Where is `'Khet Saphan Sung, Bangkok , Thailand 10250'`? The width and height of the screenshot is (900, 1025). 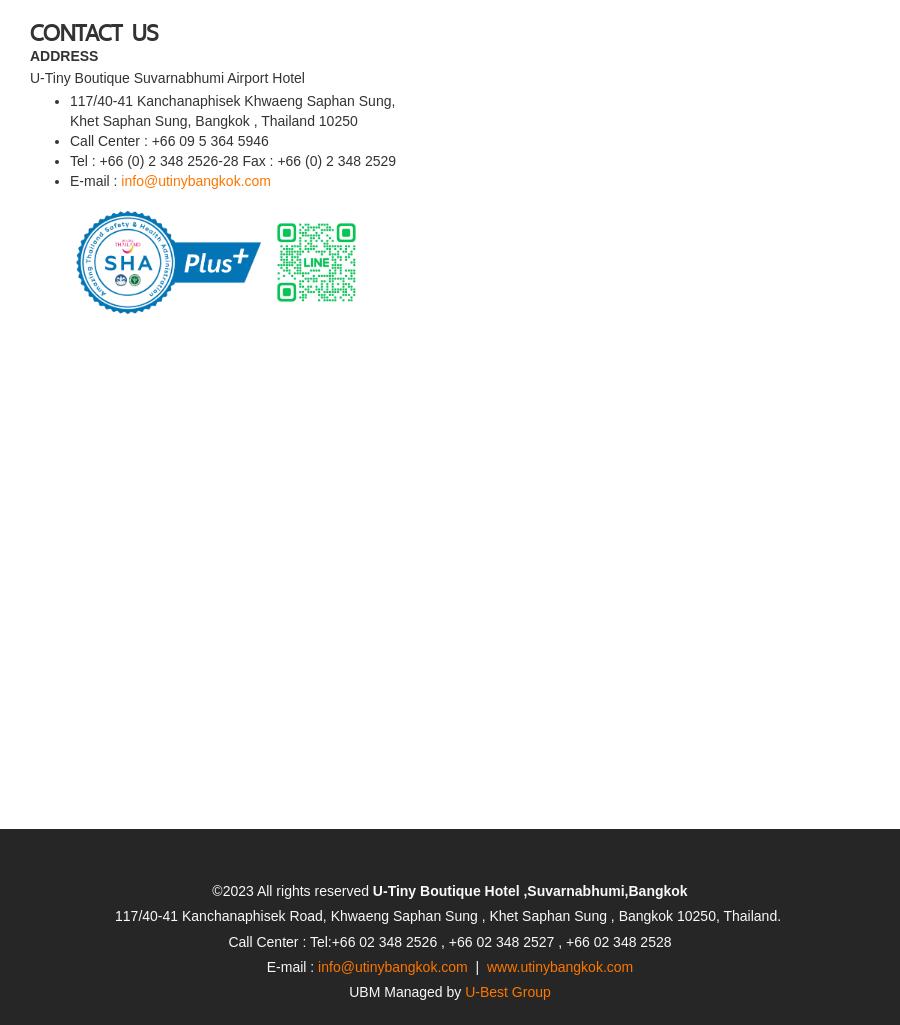
'Khet Saphan Sung, Bangkok , Thailand 10250' is located at coordinates (213, 62).